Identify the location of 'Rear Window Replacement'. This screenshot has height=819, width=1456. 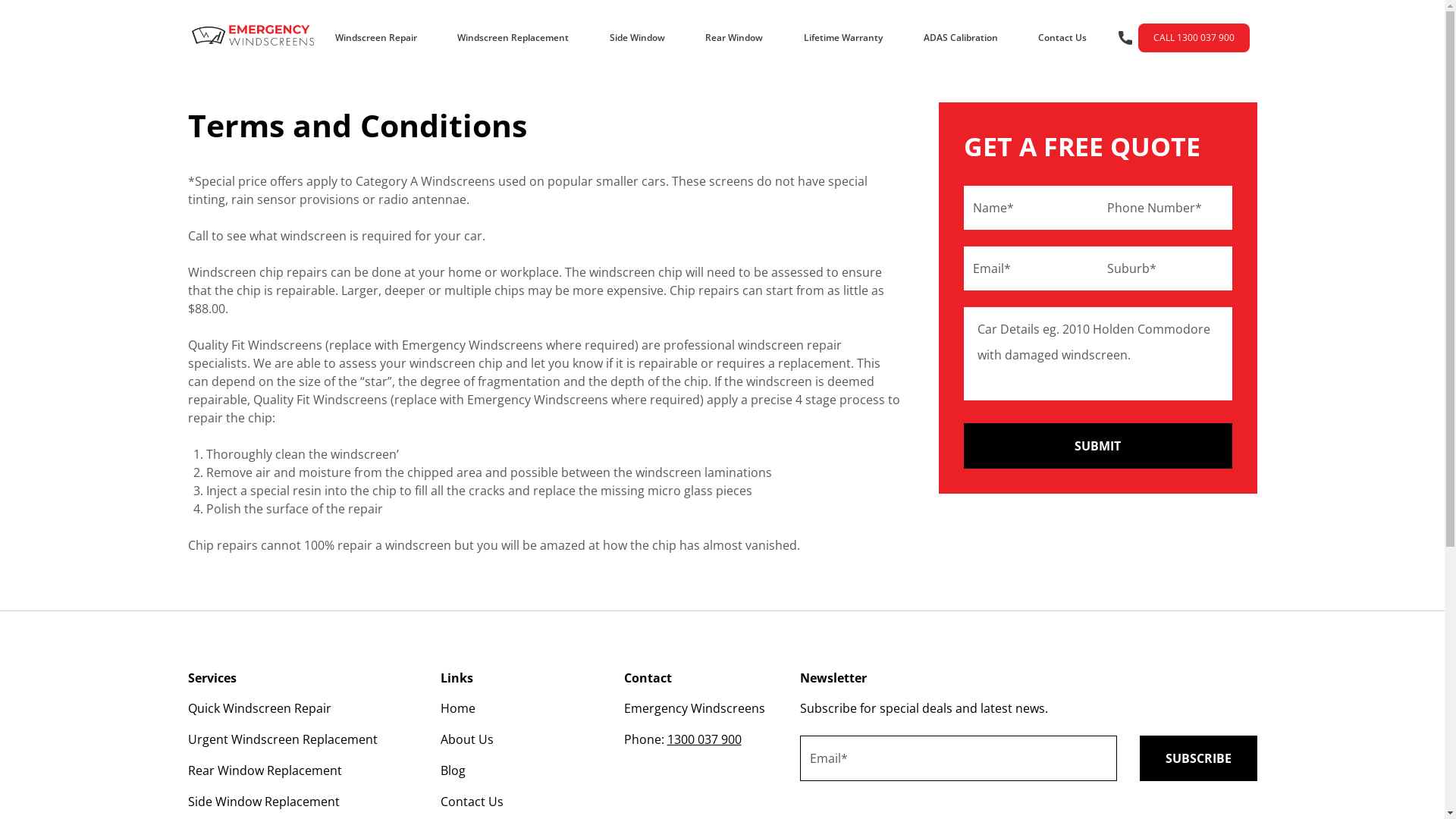
(265, 770).